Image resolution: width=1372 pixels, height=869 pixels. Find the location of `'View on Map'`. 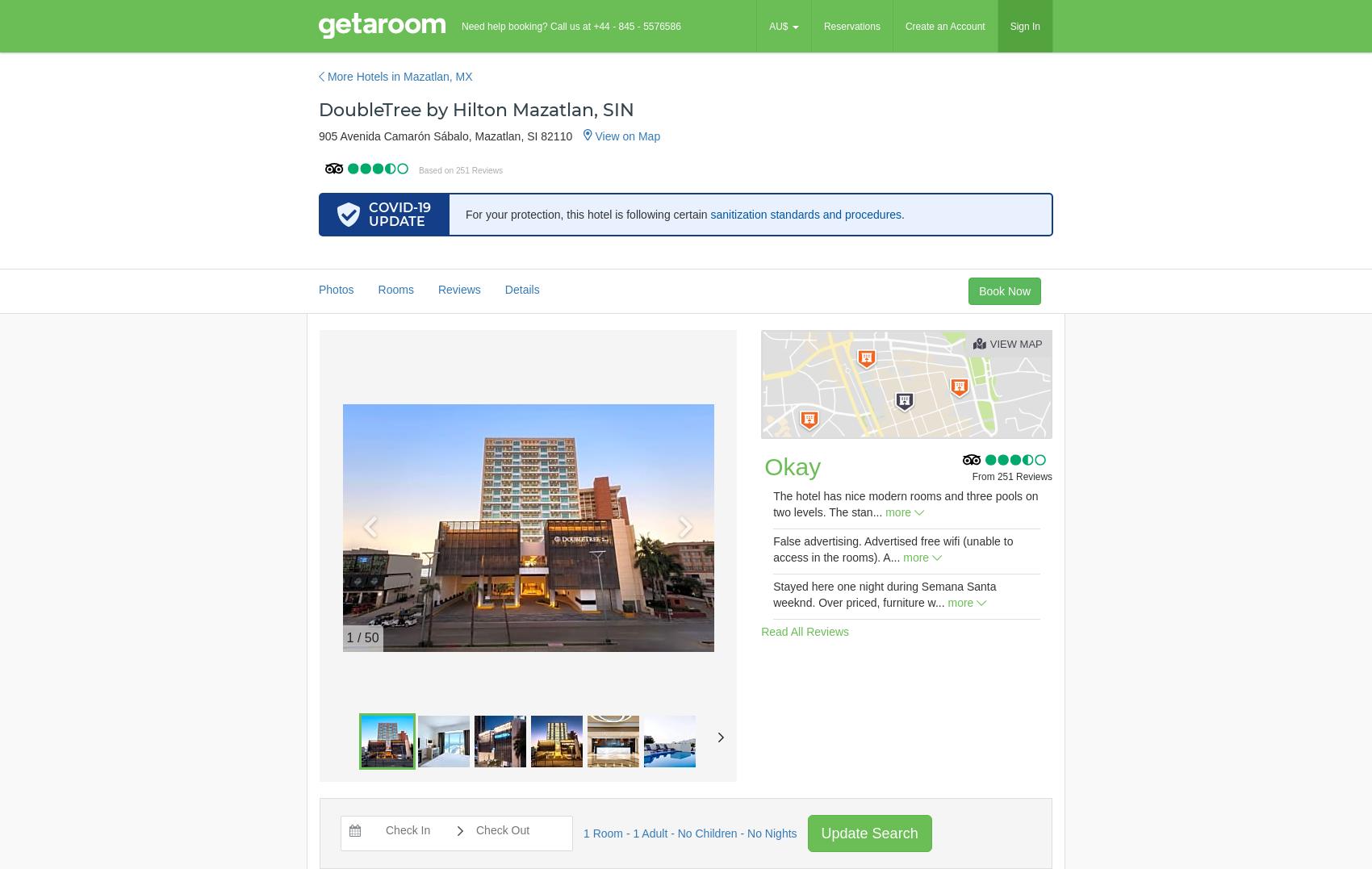

'View on Map' is located at coordinates (625, 135).